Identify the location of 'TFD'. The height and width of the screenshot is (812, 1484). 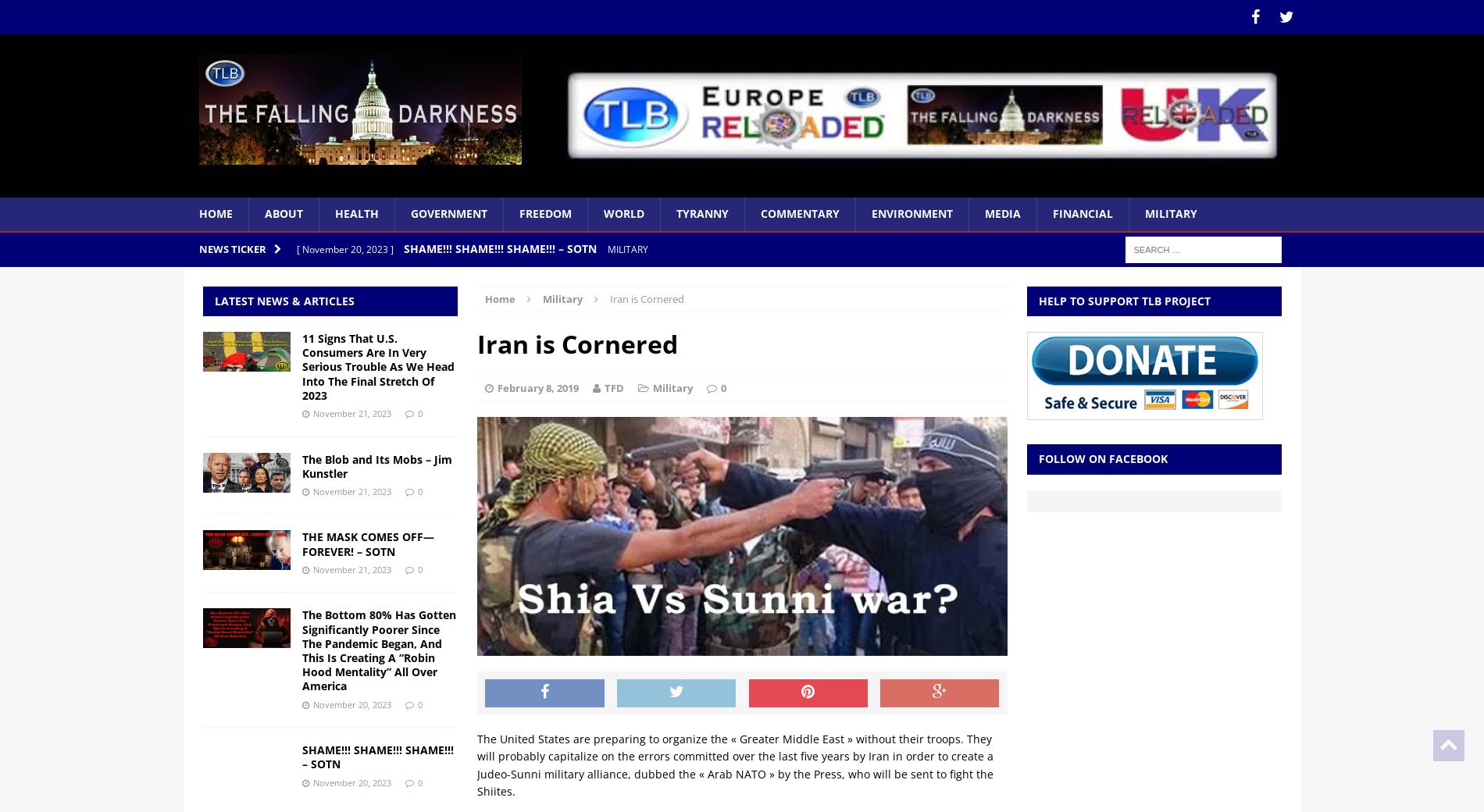
(613, 388).